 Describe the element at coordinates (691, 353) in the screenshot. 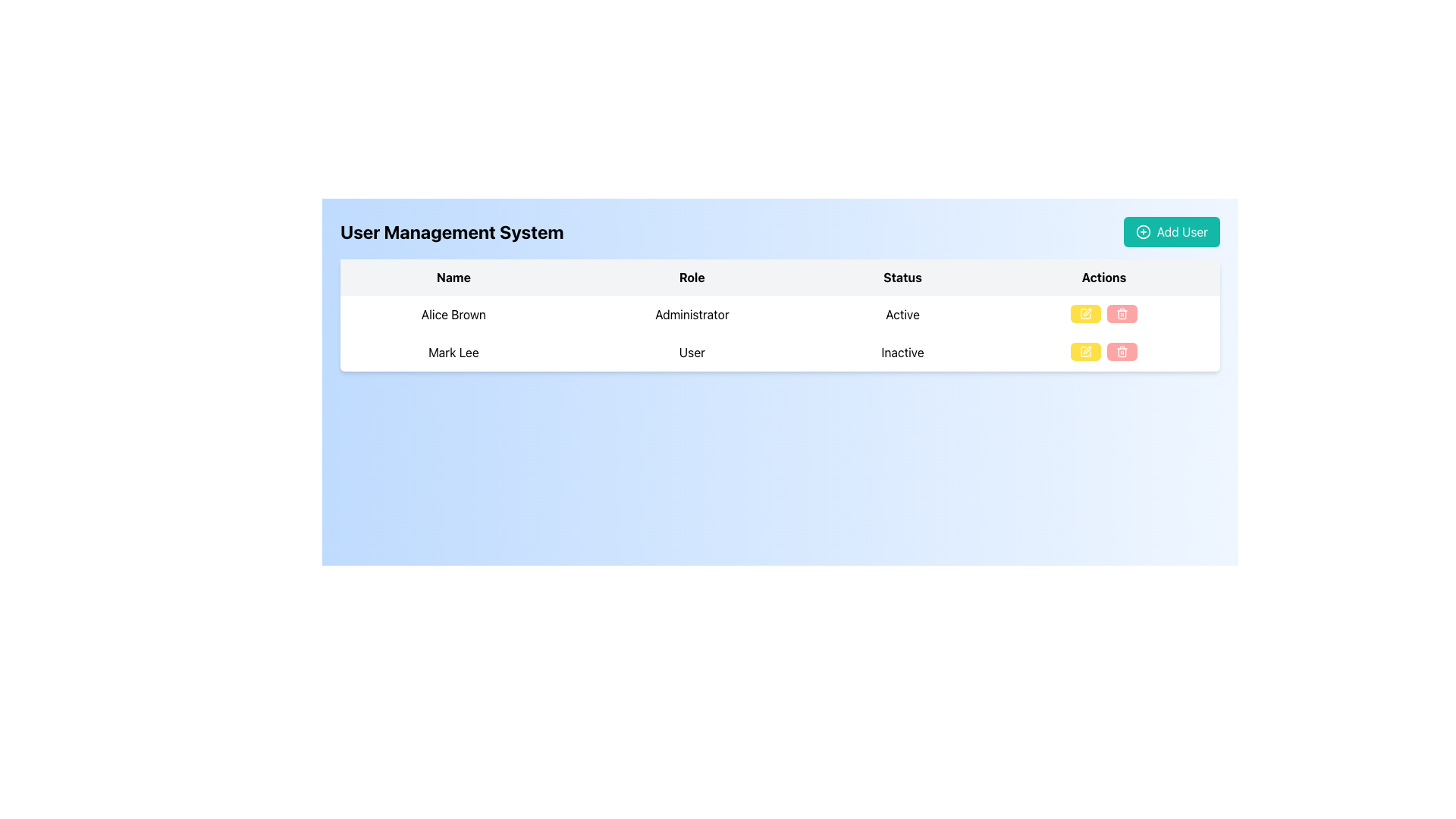

I see `the Text Label displaying 'User' in the 'Role' column of the data table, positioned to the left of the 'Status' column, which is the second entry associated with 'Mark Lee'` at that location.